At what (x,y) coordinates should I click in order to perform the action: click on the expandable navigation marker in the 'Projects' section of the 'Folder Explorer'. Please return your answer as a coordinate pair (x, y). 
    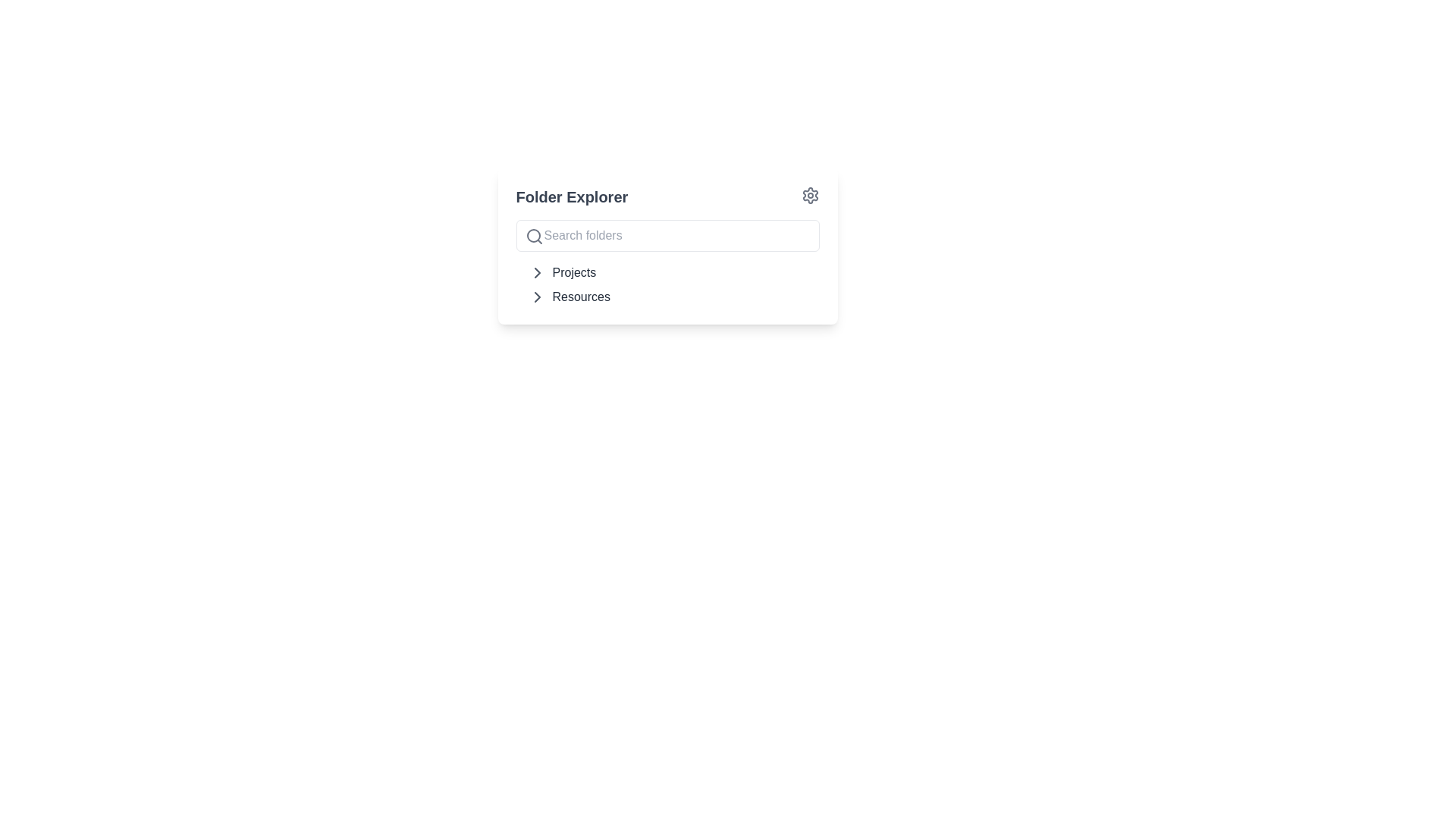
    Looking at the image, I should click on (537, 271).